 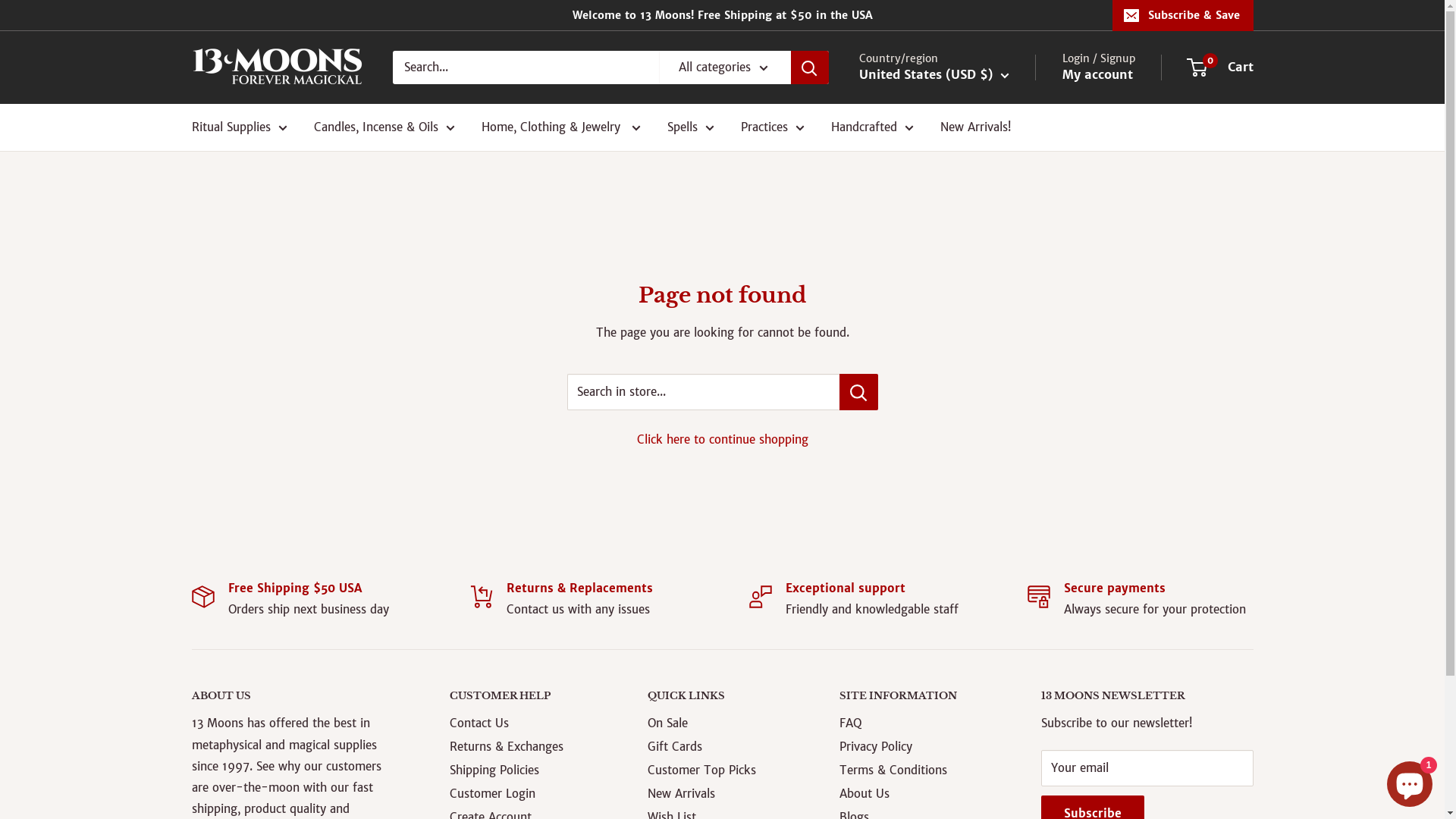 I want to click on 'Contact Us', so click(x=522, y=722).